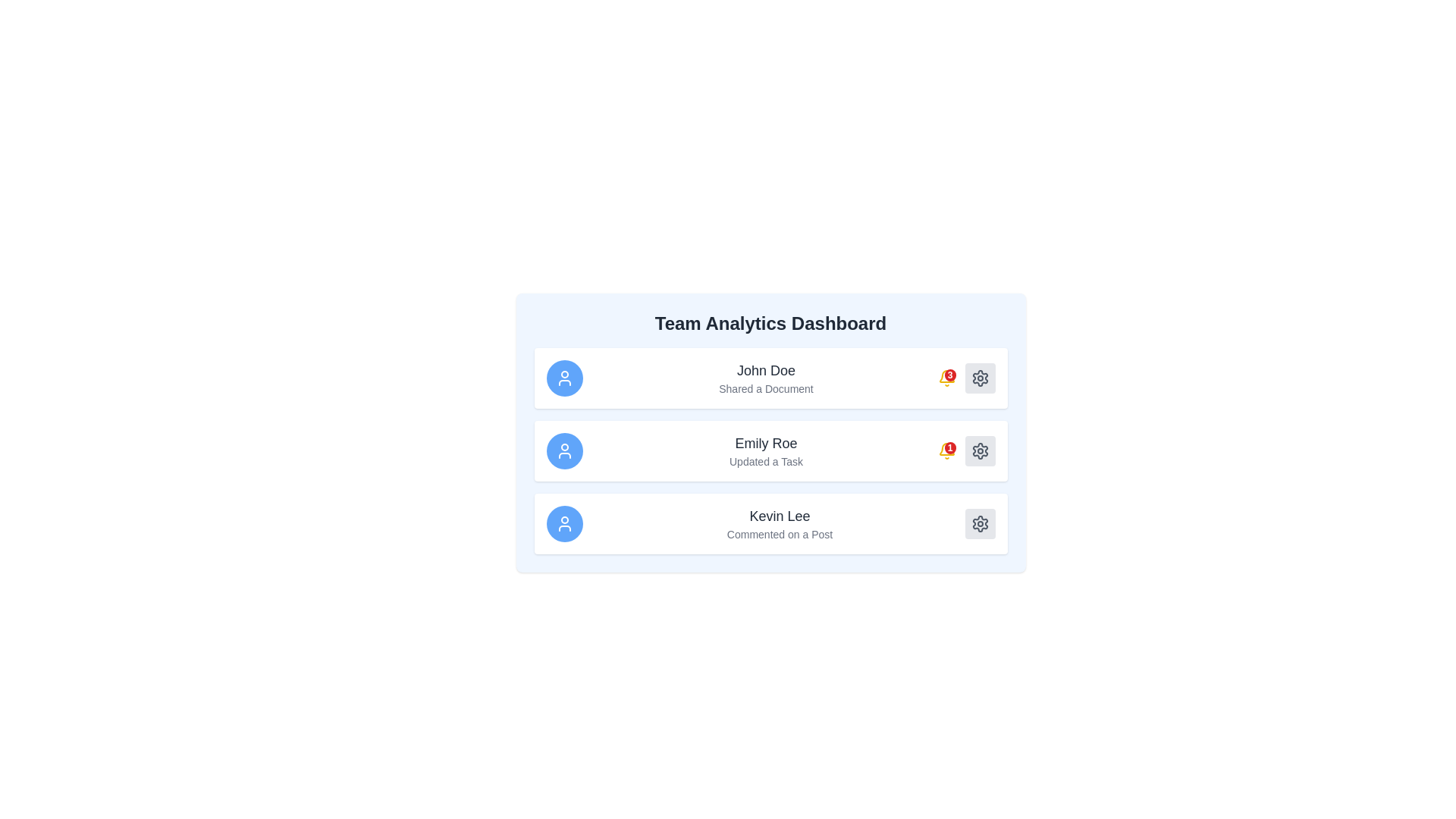 The image size is (1456, 819). I want to click on text label providing additional information about the action or status related to the user 'Kevin Lee', located under the text 'Kevin Lee' within the third entry of a vertically stacked list, so click(780, 534).